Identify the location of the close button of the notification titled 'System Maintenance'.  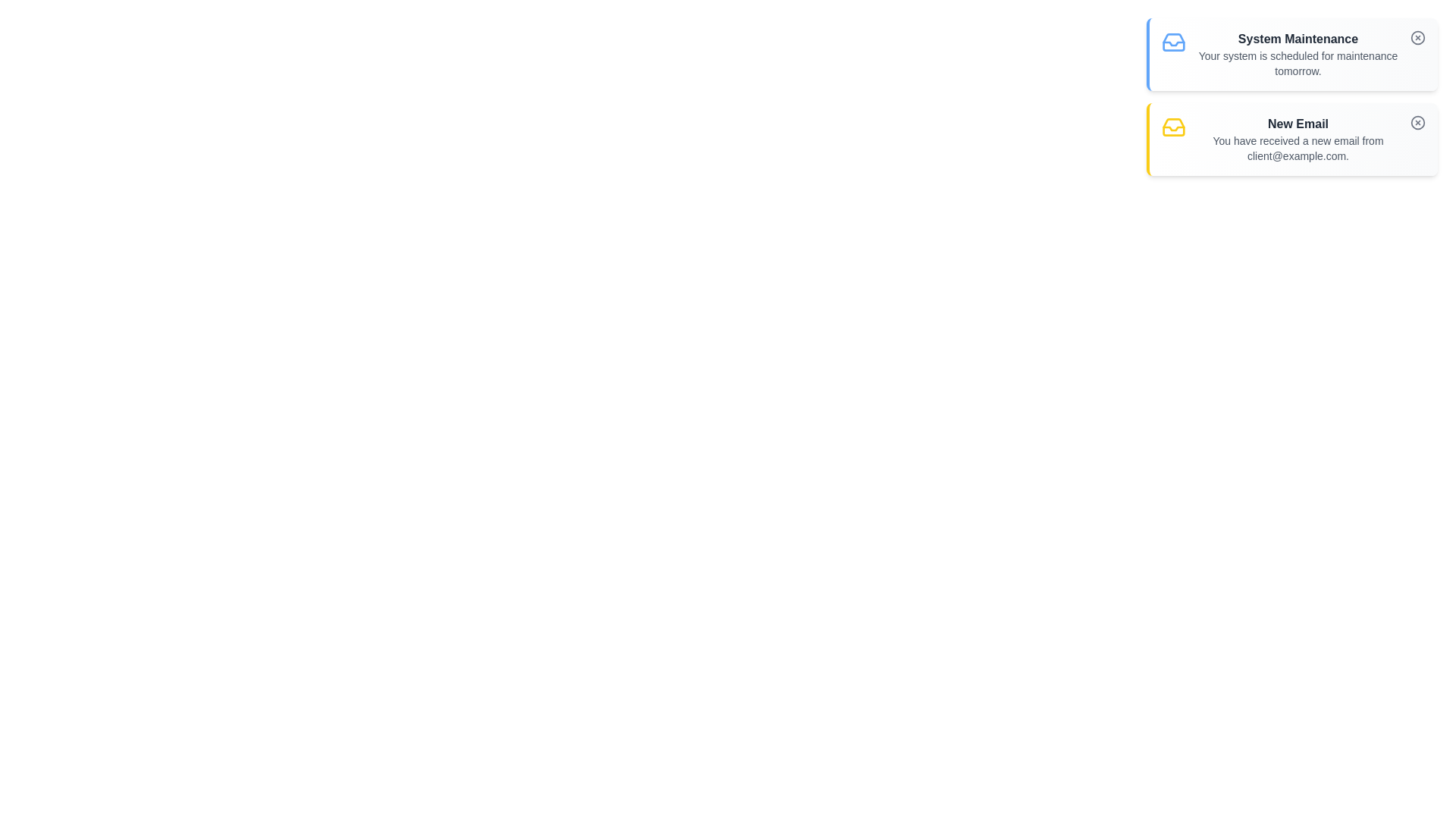
(1417, 37).